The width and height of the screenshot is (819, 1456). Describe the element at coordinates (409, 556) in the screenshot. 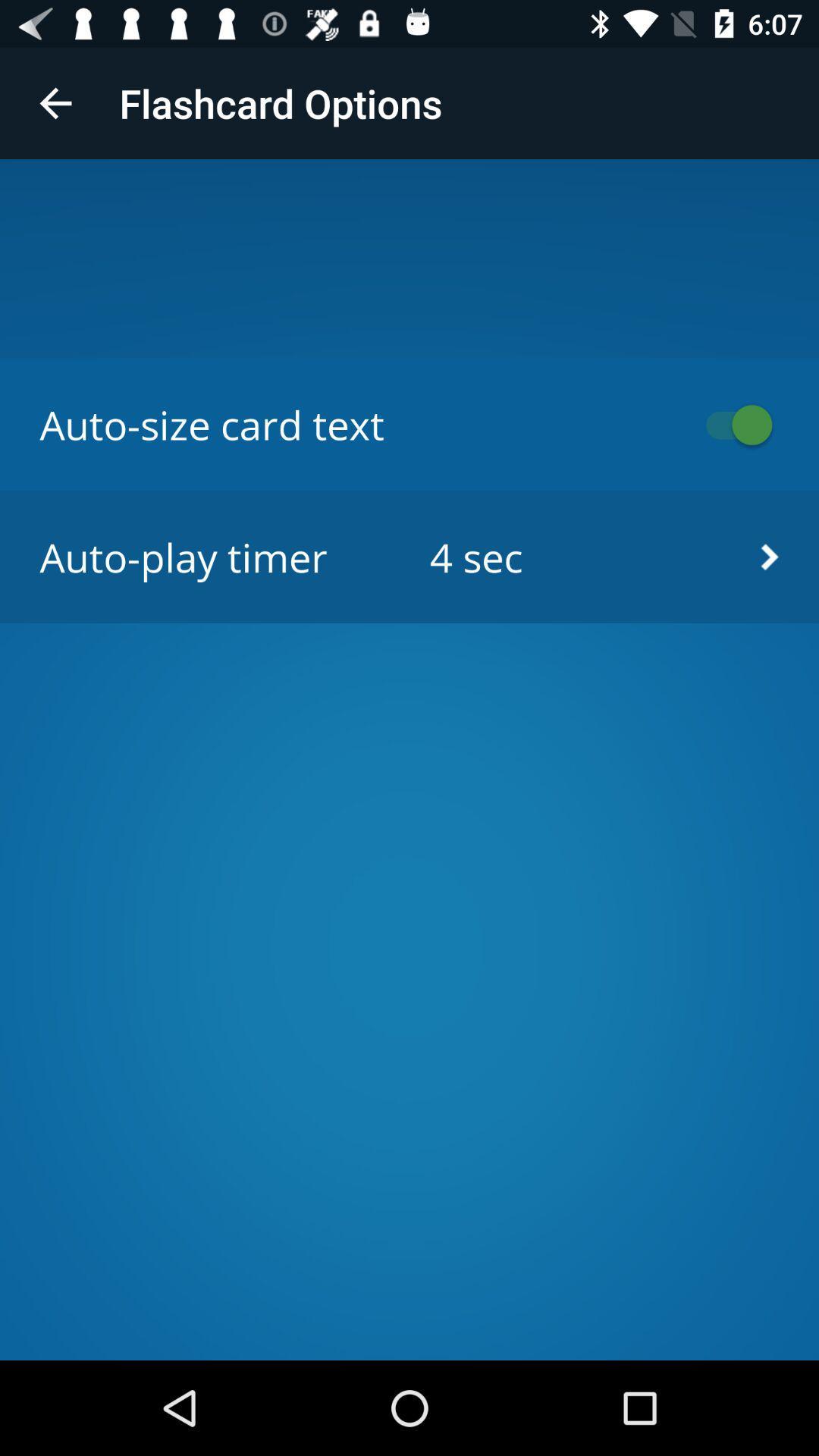

I see `icon at the center` at that location.